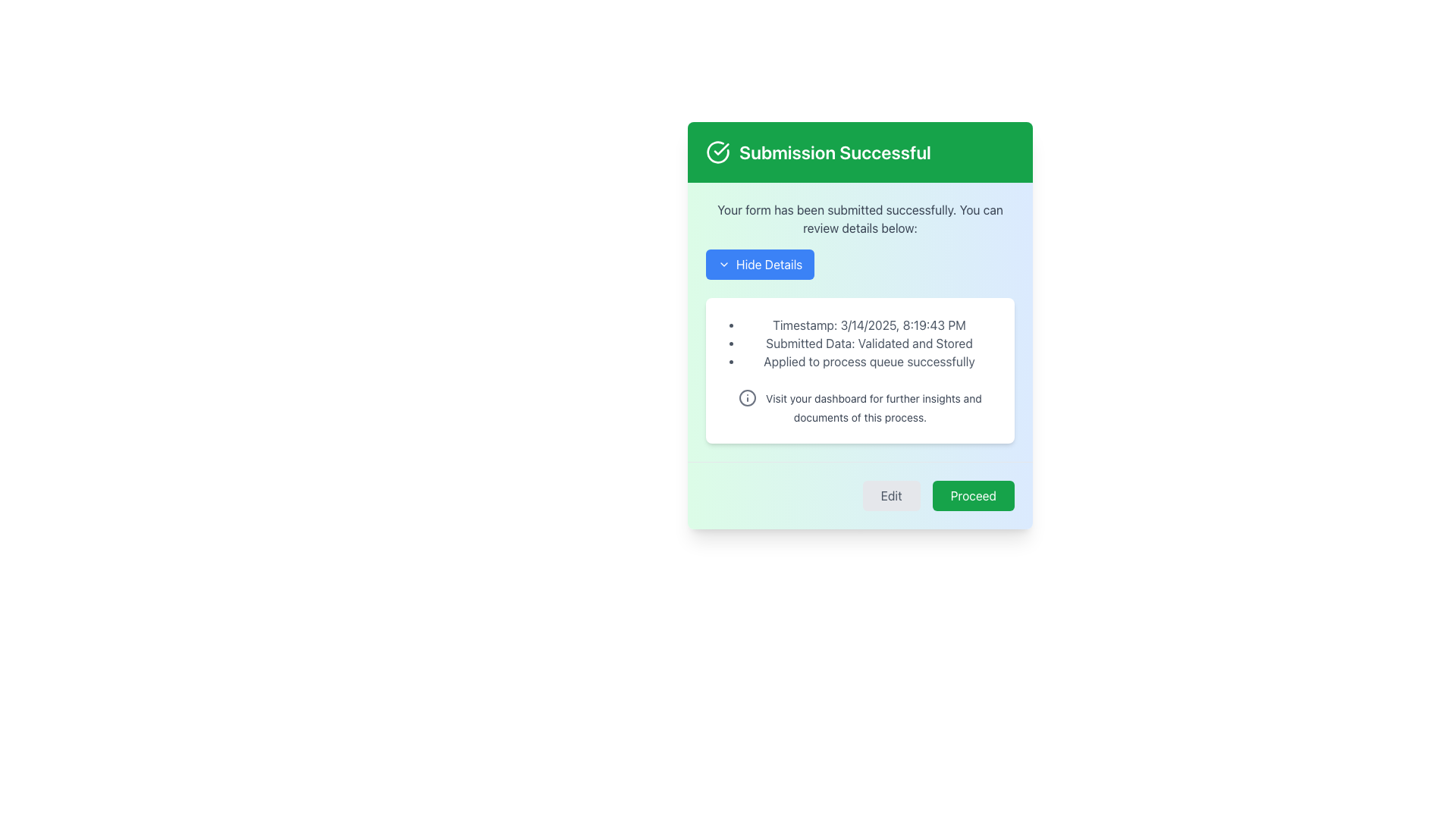 The image size is (1456, 819). What do you see at coordinates (720, 149) in the screenshot?
I see `the green check mark icon within the success notification modal, located at the top-left corner next to the 'Submission Successful' title` at bounding box center [720, 149].